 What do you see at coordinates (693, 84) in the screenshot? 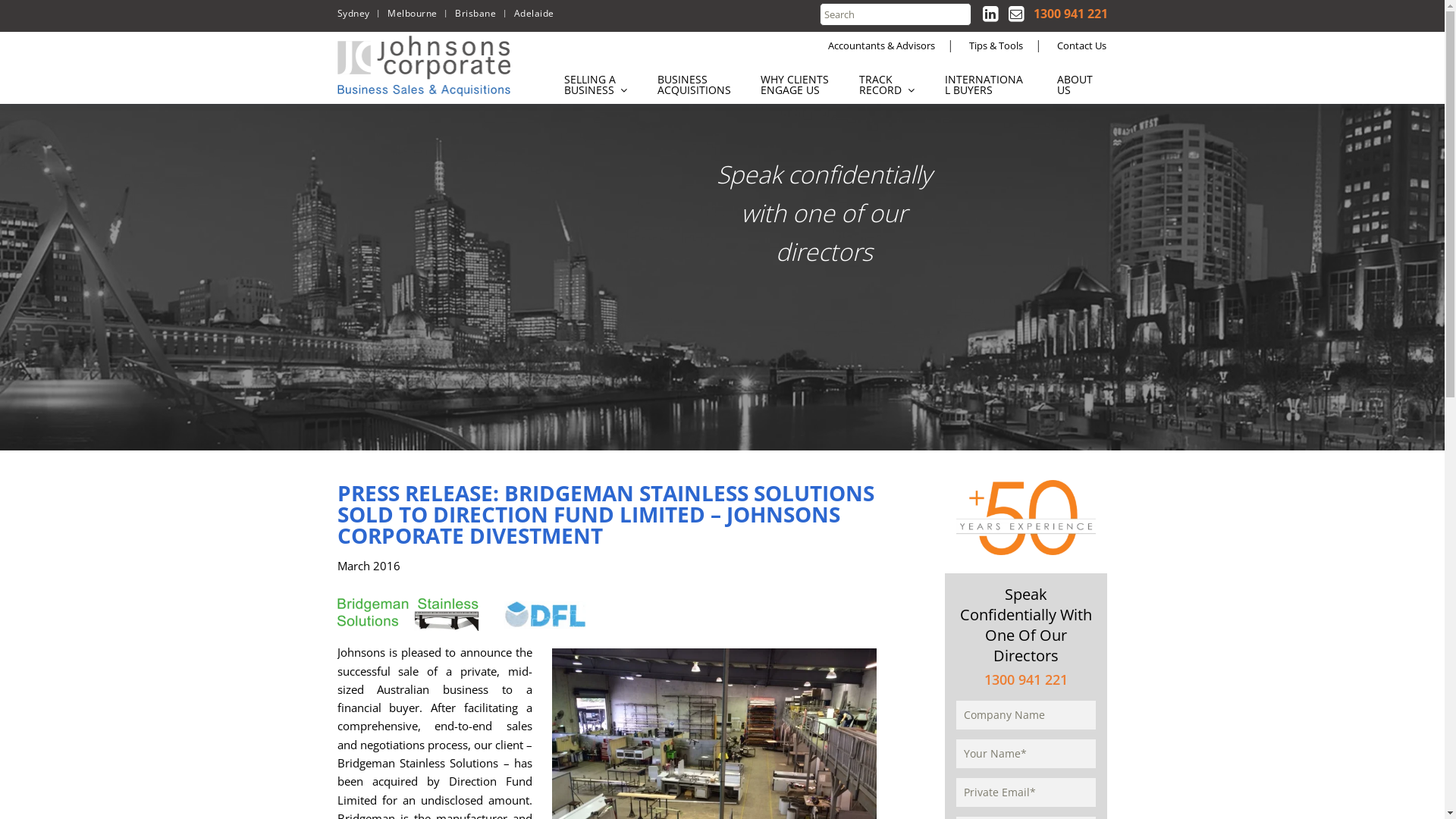
I see `'BUSINESS` at bounding box center [693, 84].